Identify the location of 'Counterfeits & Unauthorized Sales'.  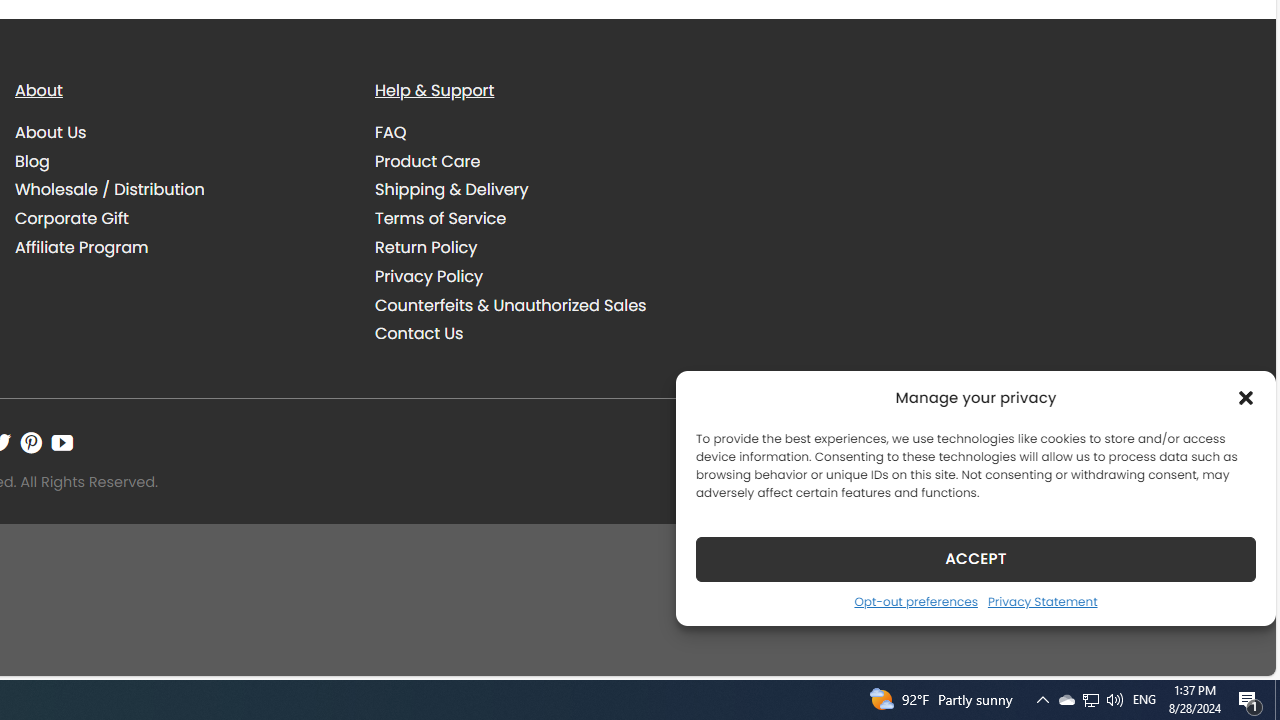
(540, 305).